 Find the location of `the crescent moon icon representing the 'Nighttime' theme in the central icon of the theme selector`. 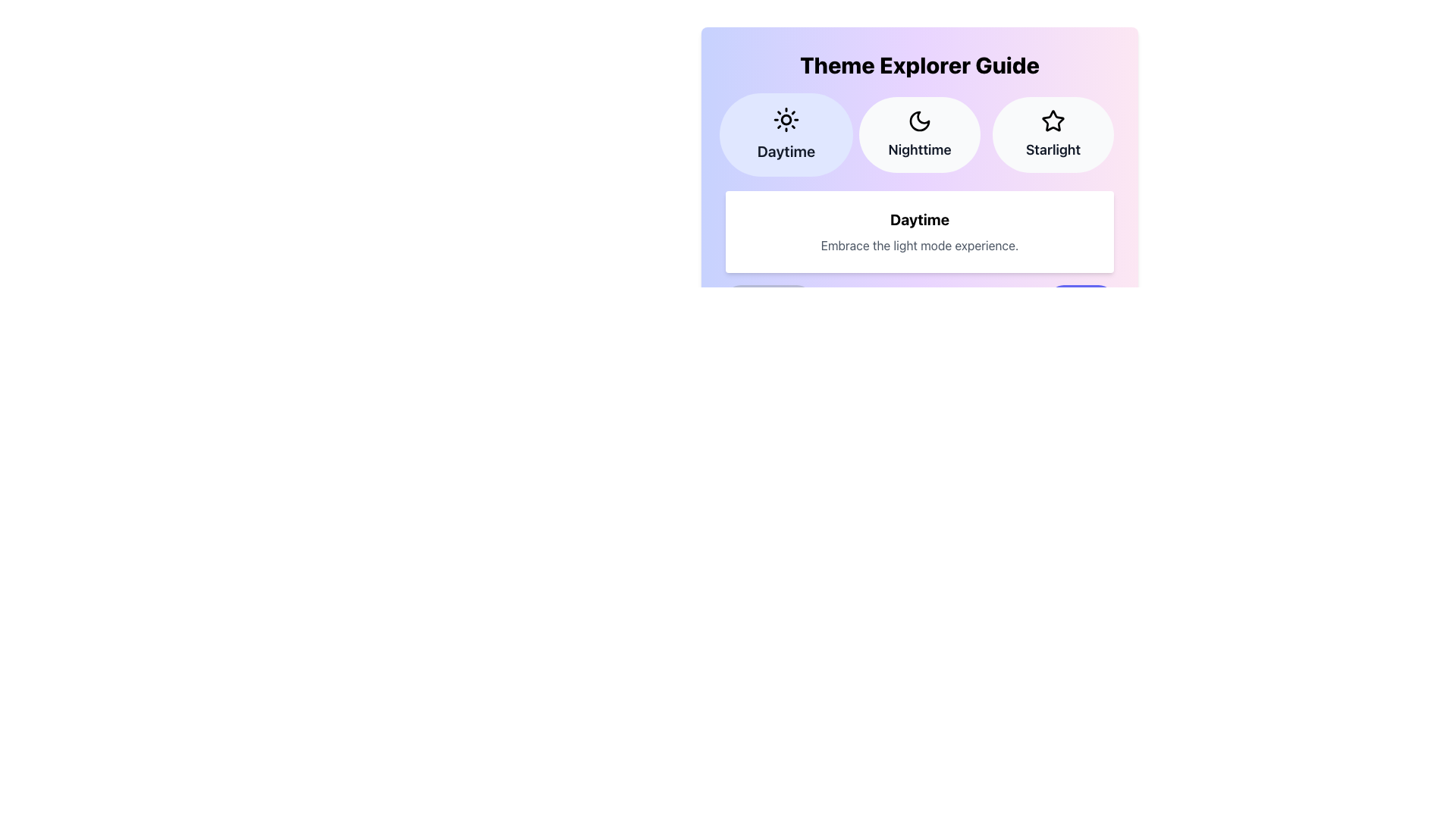

the crescent moon icon representing the 'Nighttime' theme in the central icon of the theme selector is located at coordinates (919, 120).